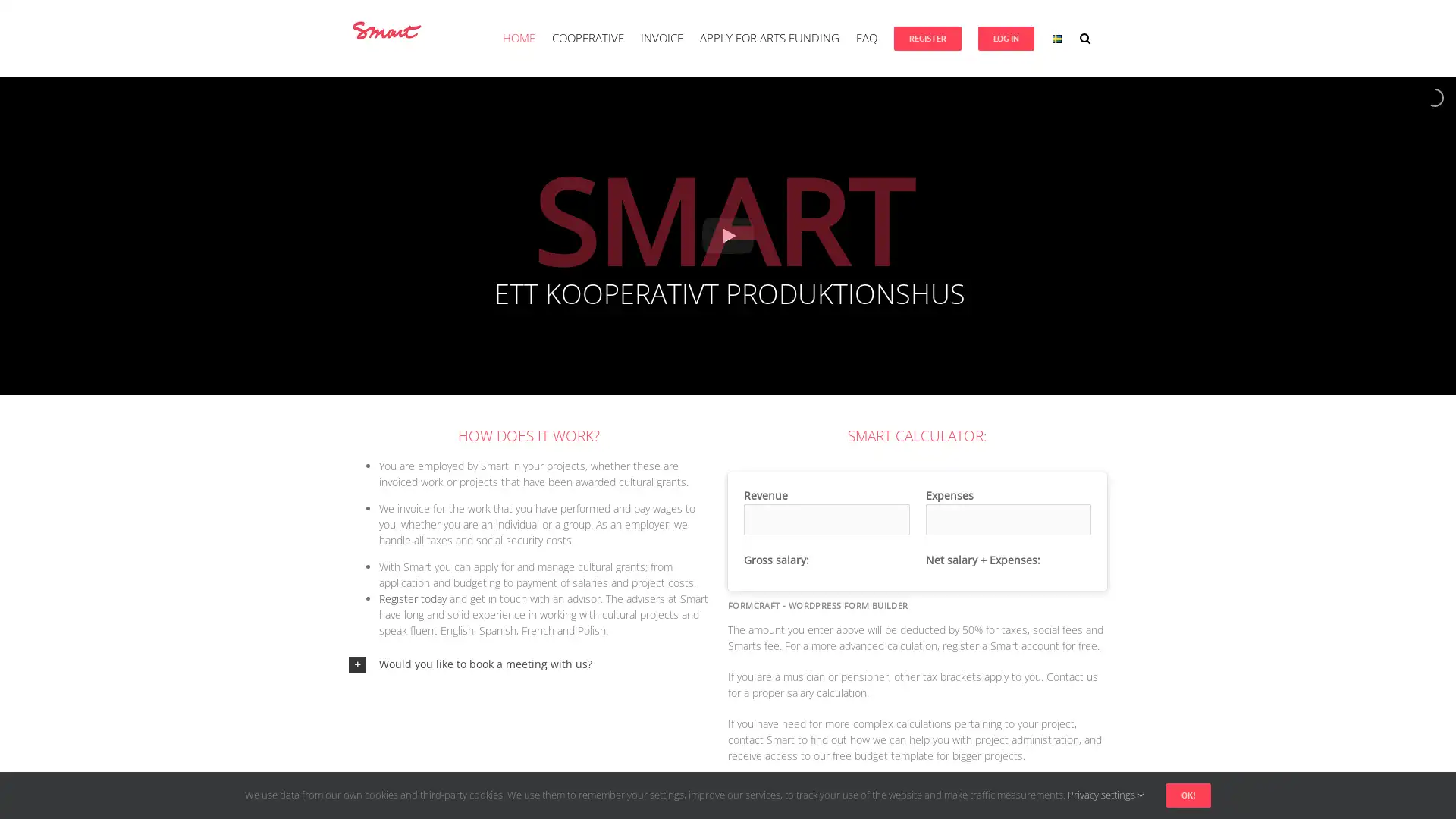 The height and width of the screenshot is (819, 1456). I want to click on Would you like to book a meeting with us?, so click(528, 663).